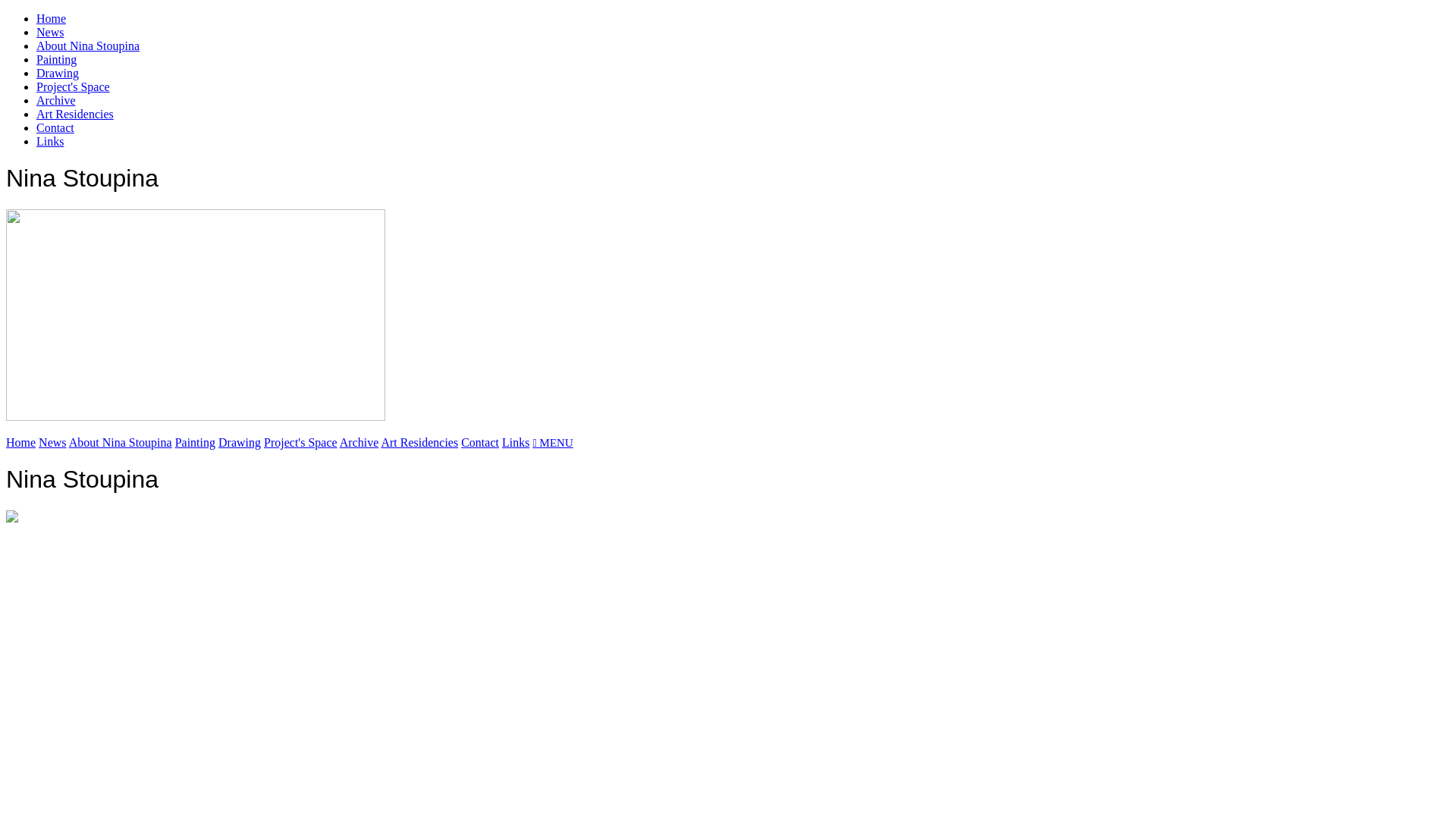 Image resolution: width=1456 pixels, height=819 pixels. Describe the element at coordinates (119, 442) in the screenshot. I see `'About Nina Stoupina'` at that location.